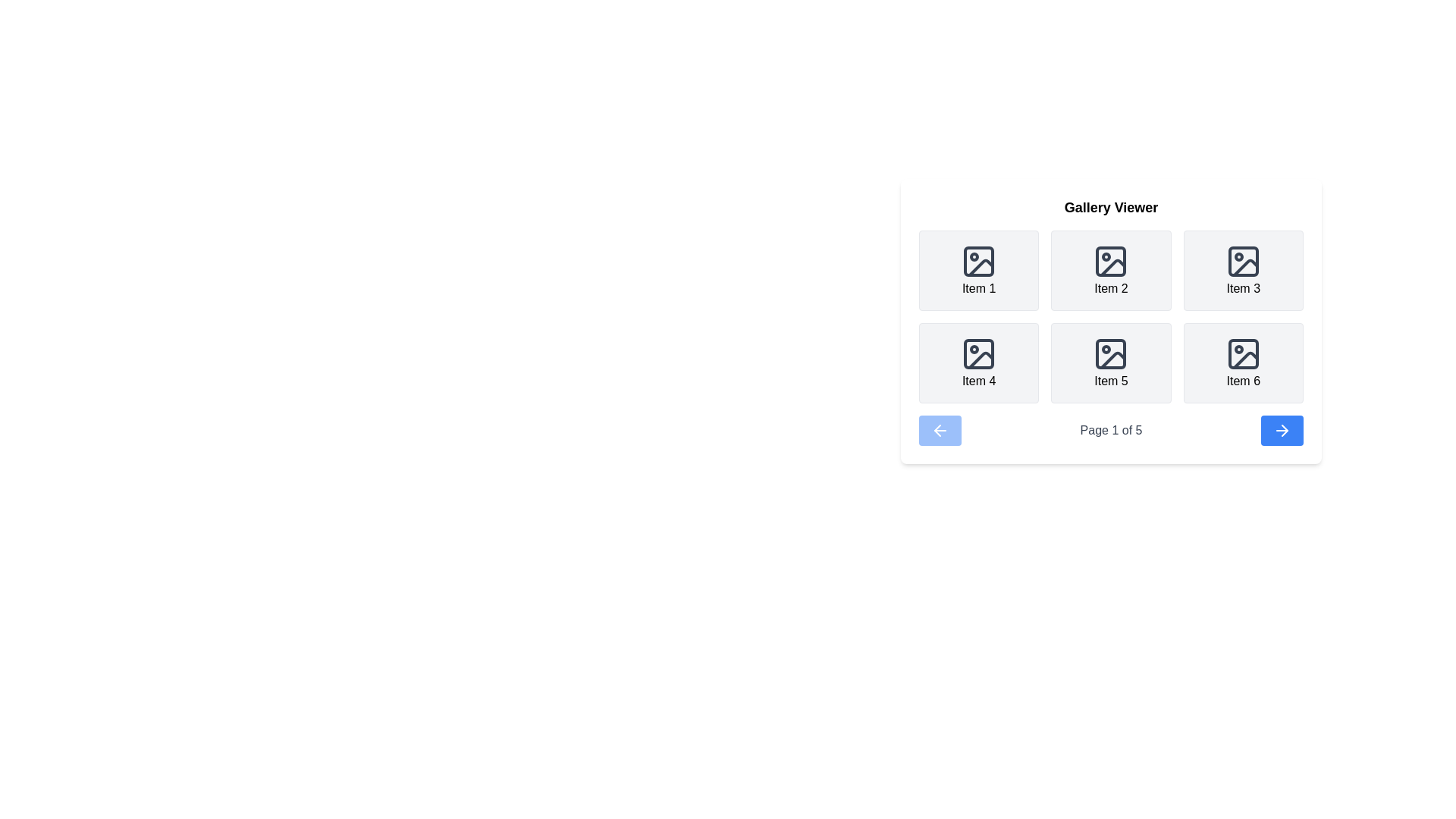  I want to click on the Card component labeled 'Item 5', which has a light gray background and rounded corners, from its position in the second row and second column of the grid, so click(1111, 362).